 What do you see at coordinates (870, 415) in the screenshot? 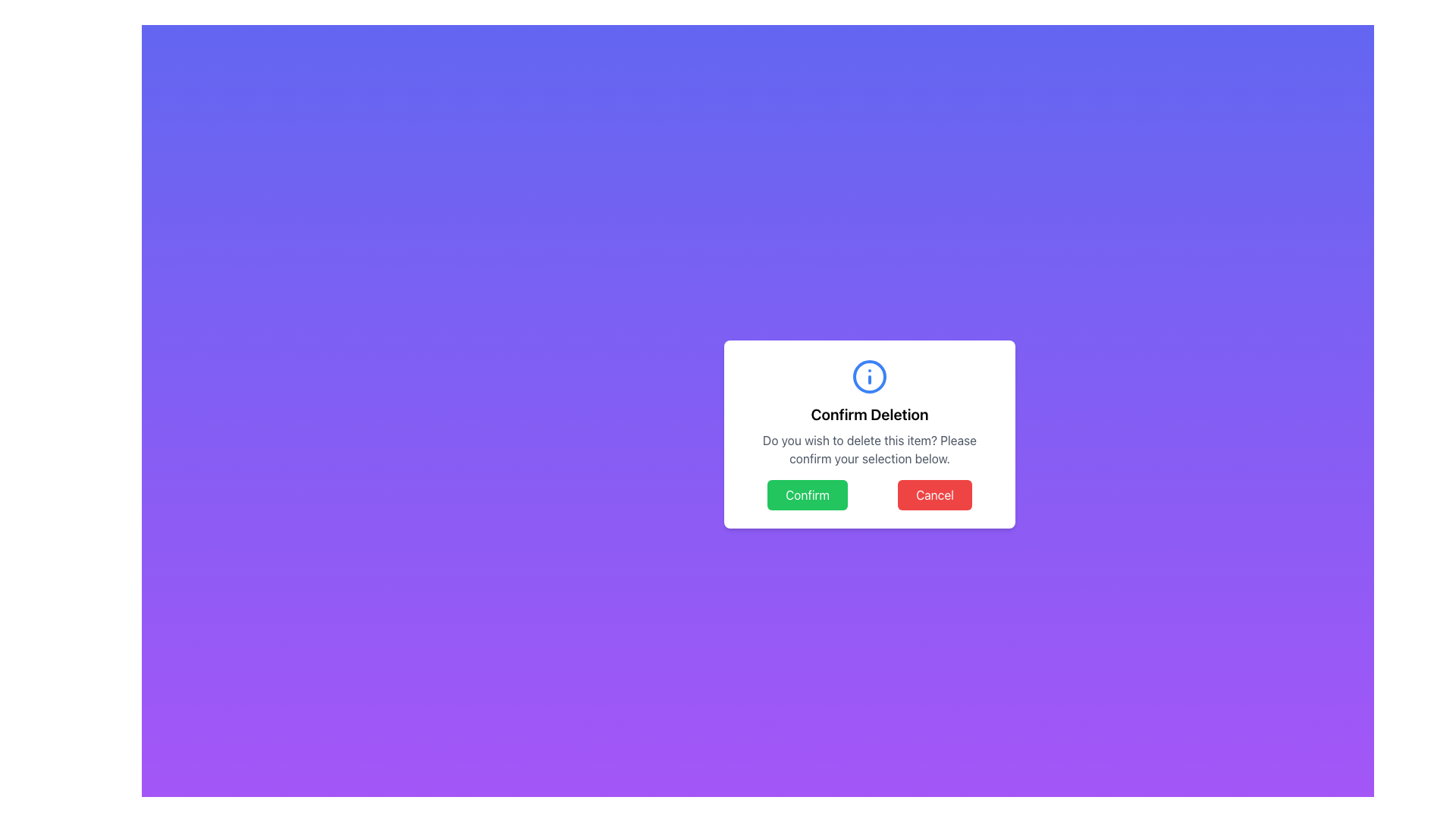
I see `the static text element displaying the title of the confirmation dialog for the deletion process, positioned within the modal box` at bounding box center [870, 415].